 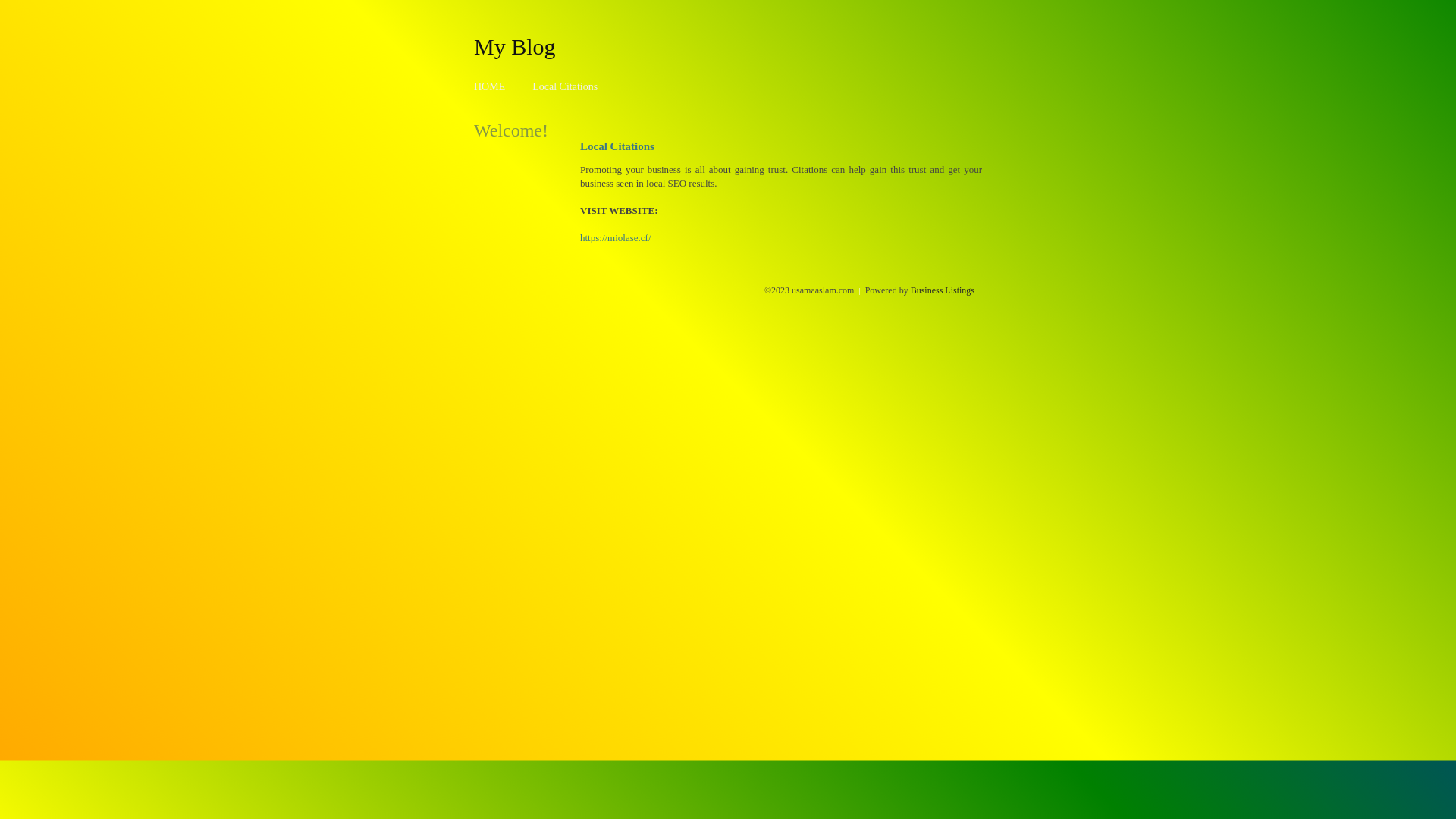 What do you see at coordinates (489, 86) in the screenshot?
I see `'HOME'` at bounding box center [489, 86].